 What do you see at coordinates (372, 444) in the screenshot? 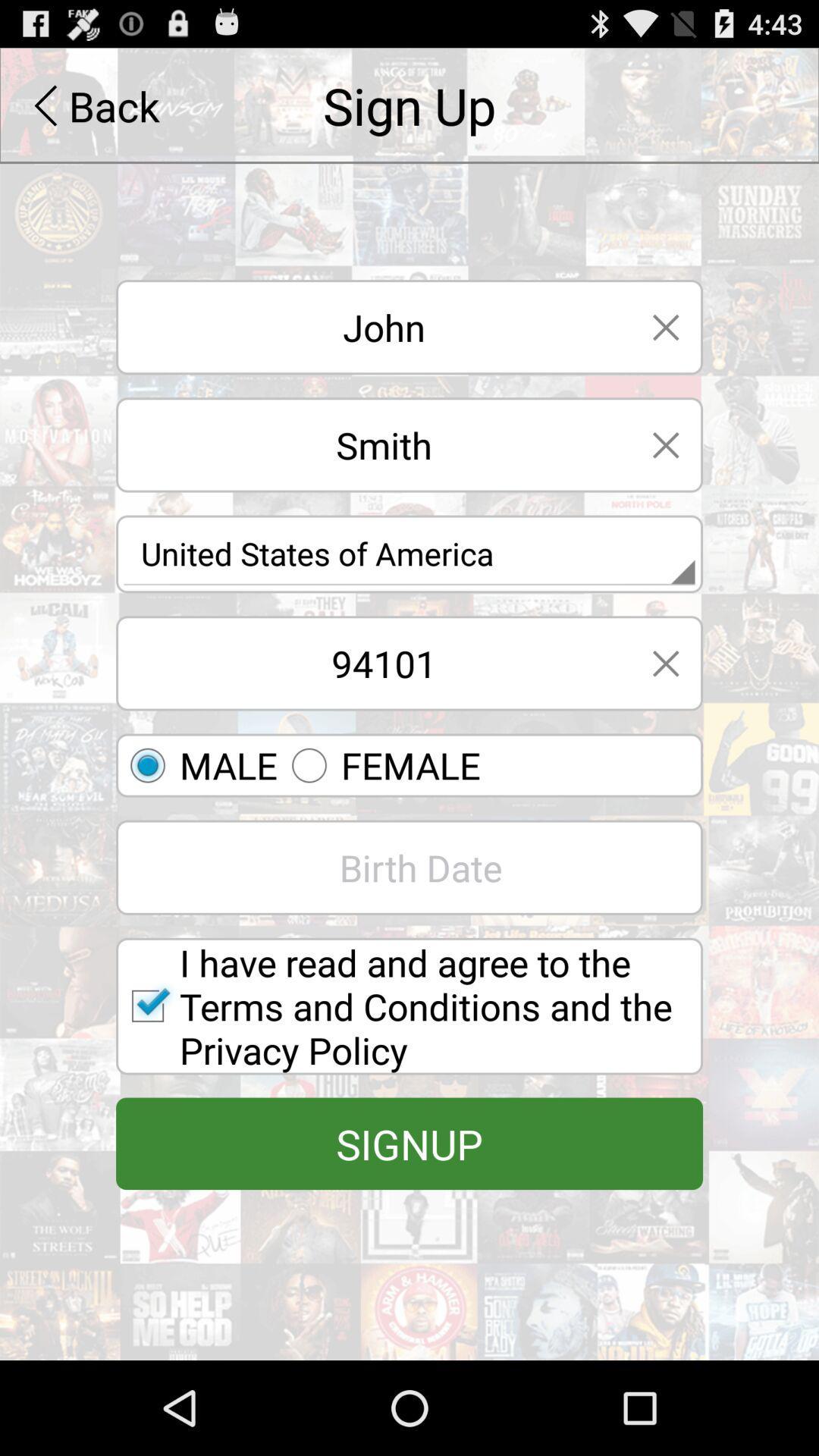
I see `smith text option below john` at bounding box center [372, 444].